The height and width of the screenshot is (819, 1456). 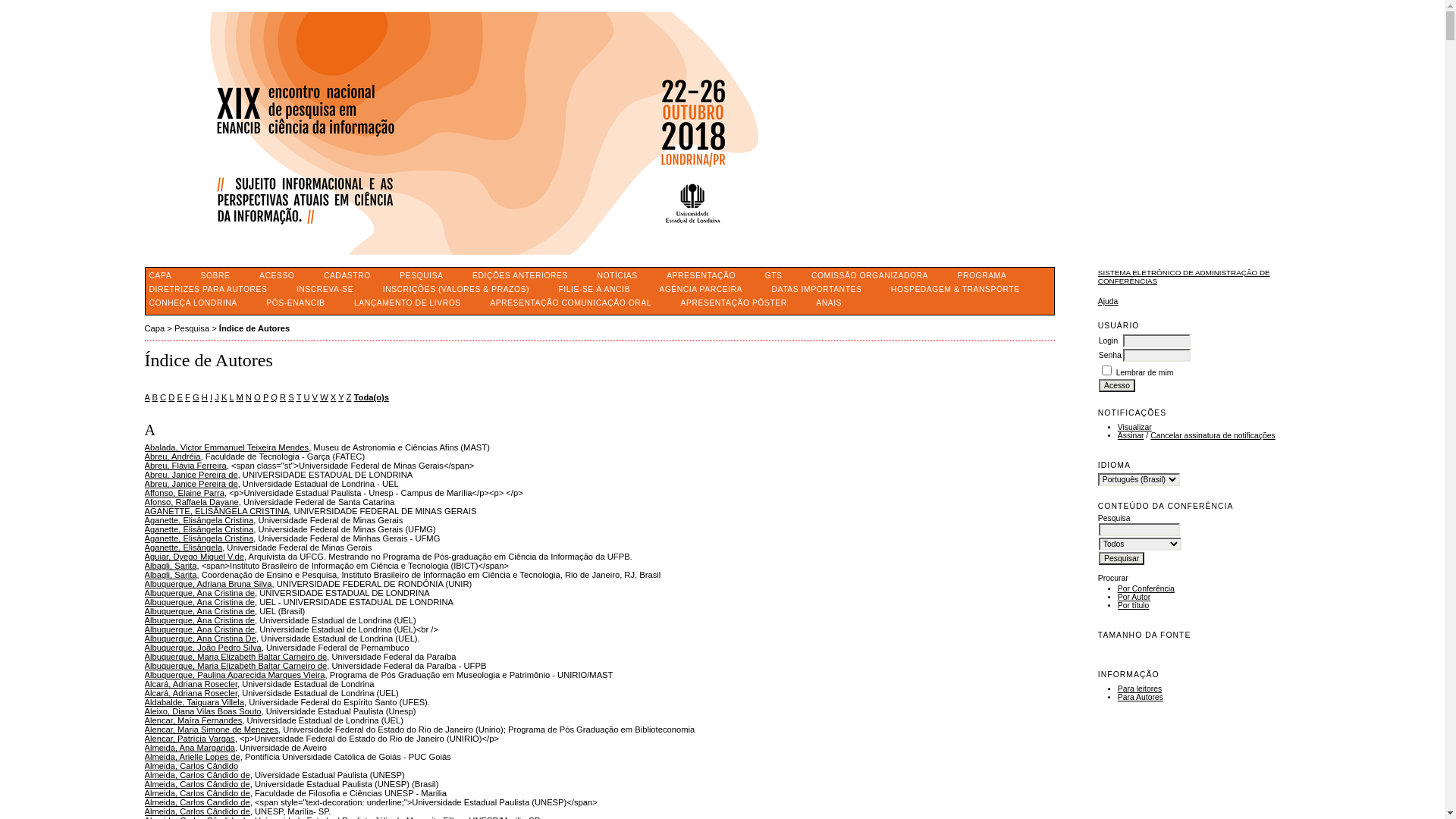 I want to click on 'Albuquerque, Paulina Aparecida Marques Vieira', so click(x=233, y=674).